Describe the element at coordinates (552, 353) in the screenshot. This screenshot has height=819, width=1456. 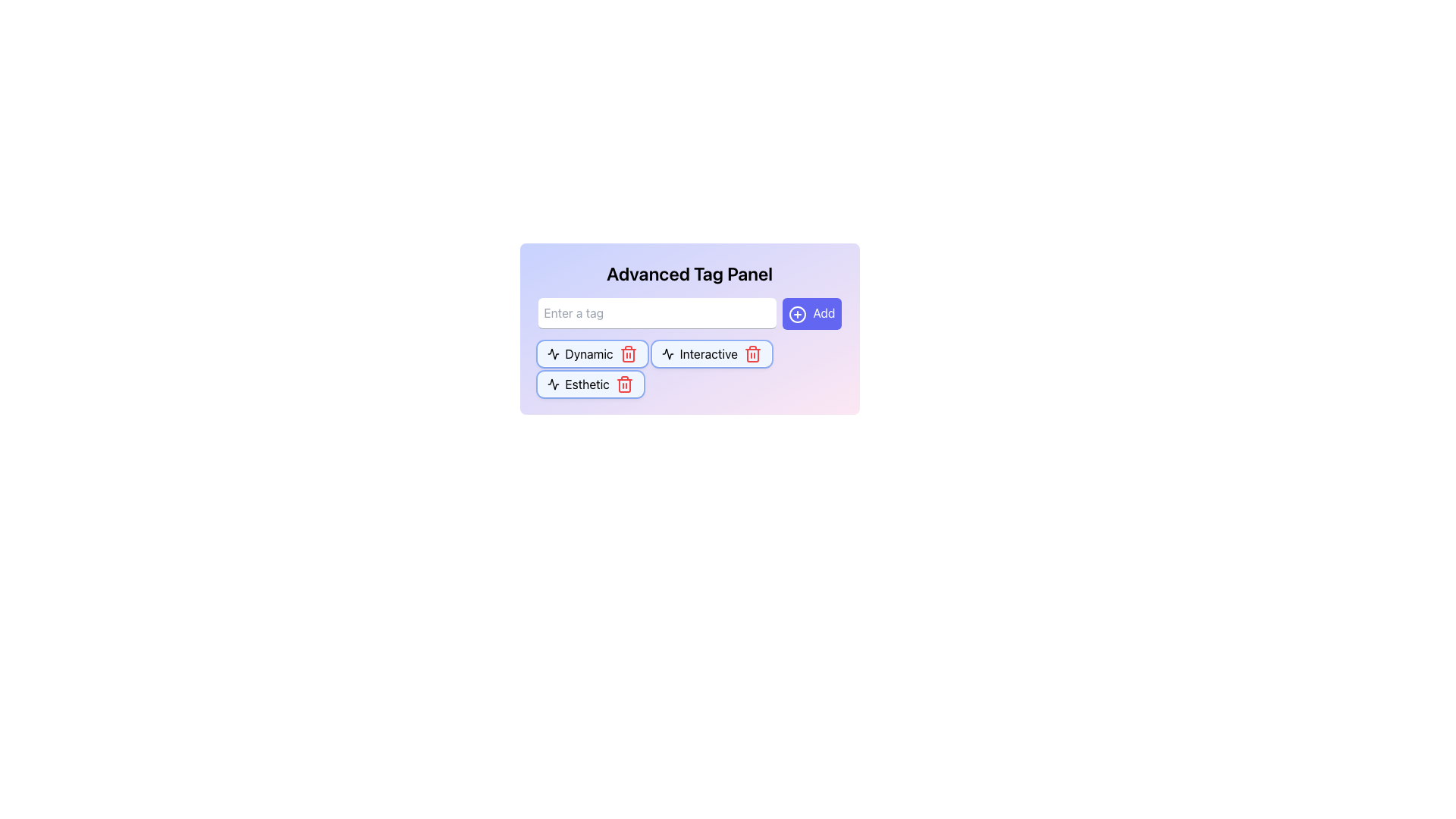
I see `the second icon among a row of action buttons adjacent to tags labeled 'Dynamic' and 'Interactive'` at that location.